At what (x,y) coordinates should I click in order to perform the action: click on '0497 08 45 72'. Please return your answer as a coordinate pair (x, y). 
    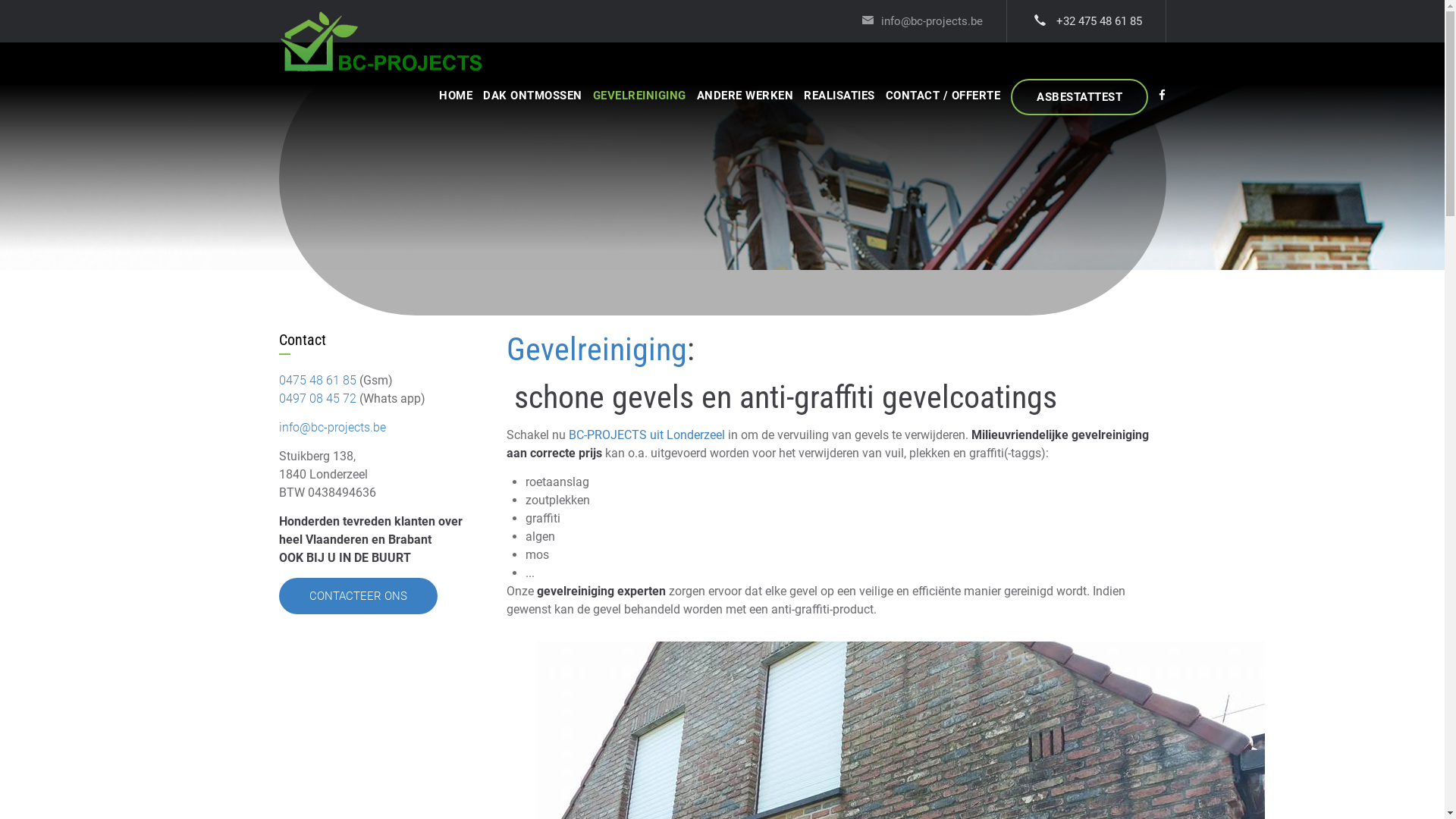
    Looking at the image, I should click on (316, 397).